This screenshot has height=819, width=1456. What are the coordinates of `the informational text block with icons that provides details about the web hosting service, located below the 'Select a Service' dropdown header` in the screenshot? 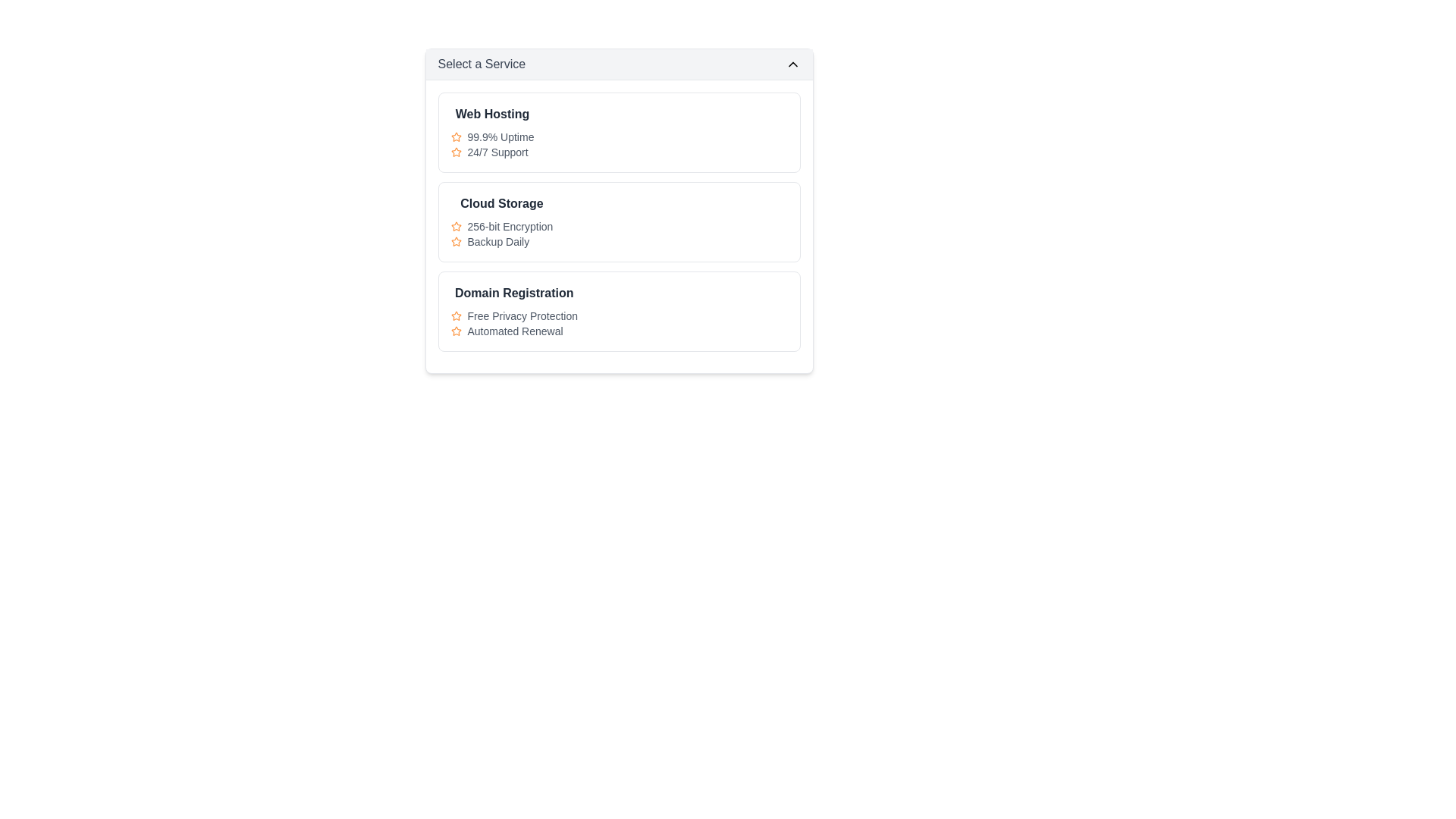 It's located at (619, 131).